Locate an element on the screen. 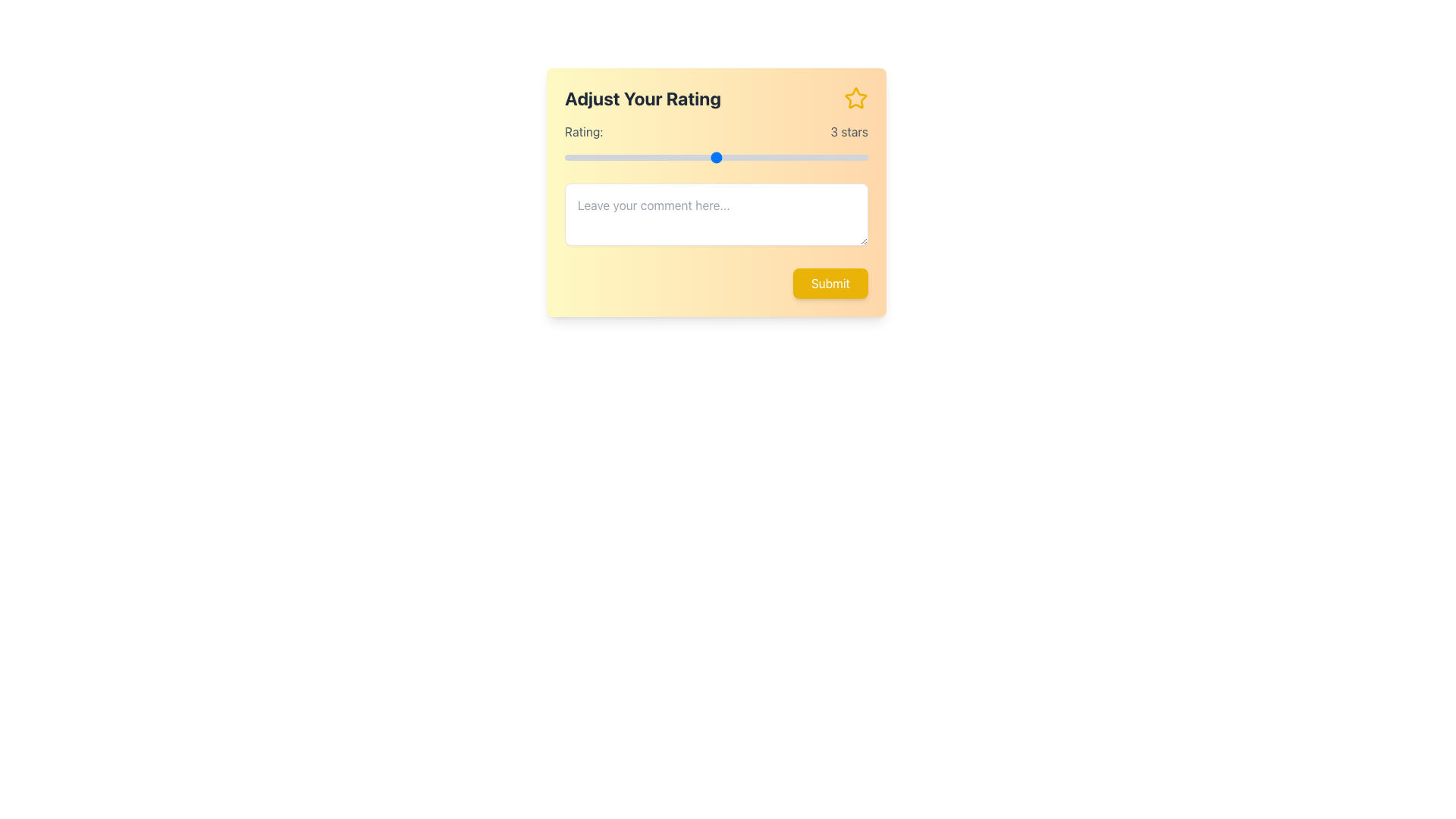 The height and width of the screenshot is (819, 1456). the star-shaped icon filled with a yellow gradient color, which is located in the upper-right corner of the dialog box titled 'Adjust Your Rating' is located at coordinates (855, 98).